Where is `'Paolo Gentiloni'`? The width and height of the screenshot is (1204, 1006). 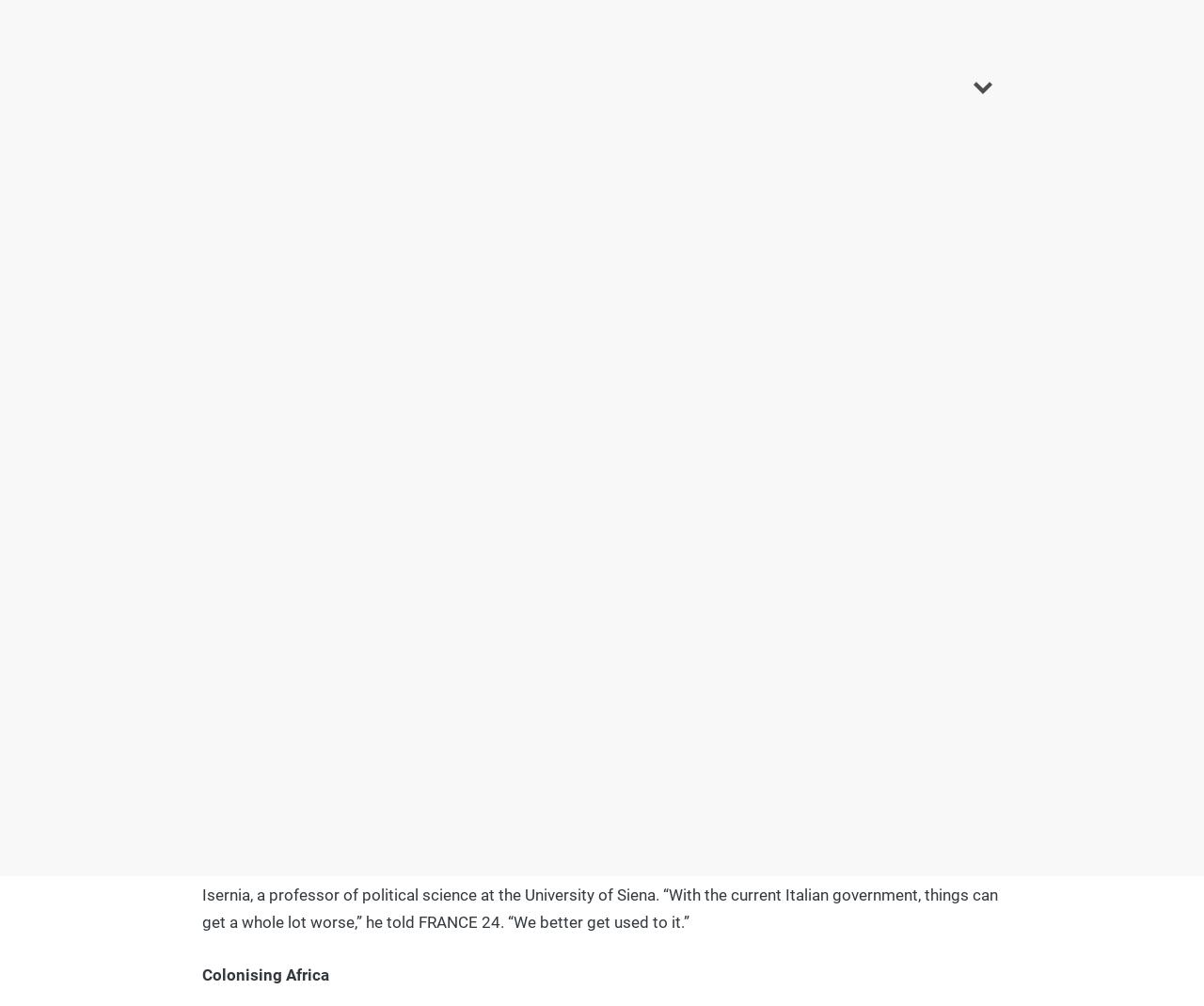
'Paolo Gentiloni' is located at coordinates (265, 460).